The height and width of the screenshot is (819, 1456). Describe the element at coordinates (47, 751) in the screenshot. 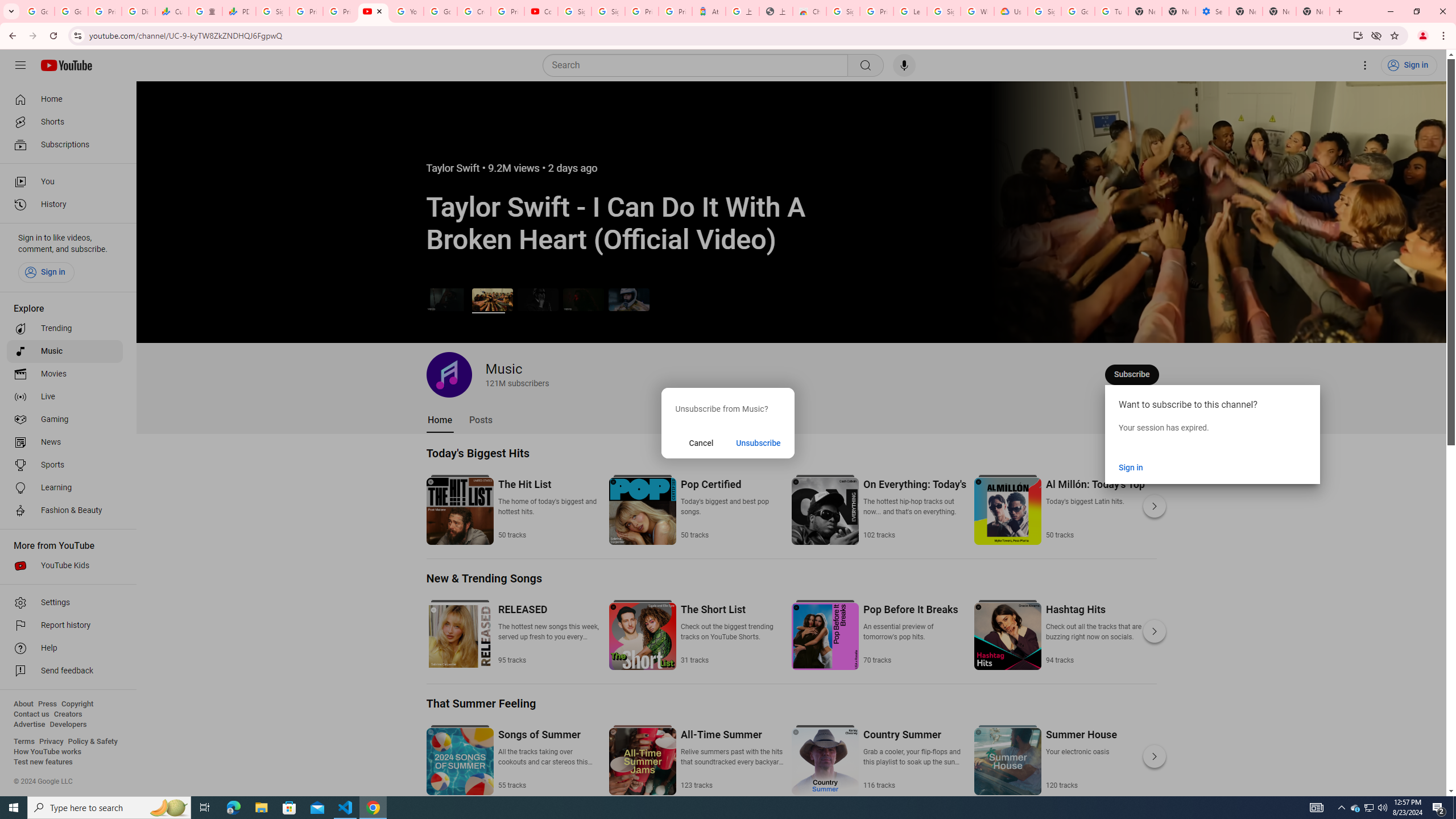

I see `'How YouTube works'` at that location.